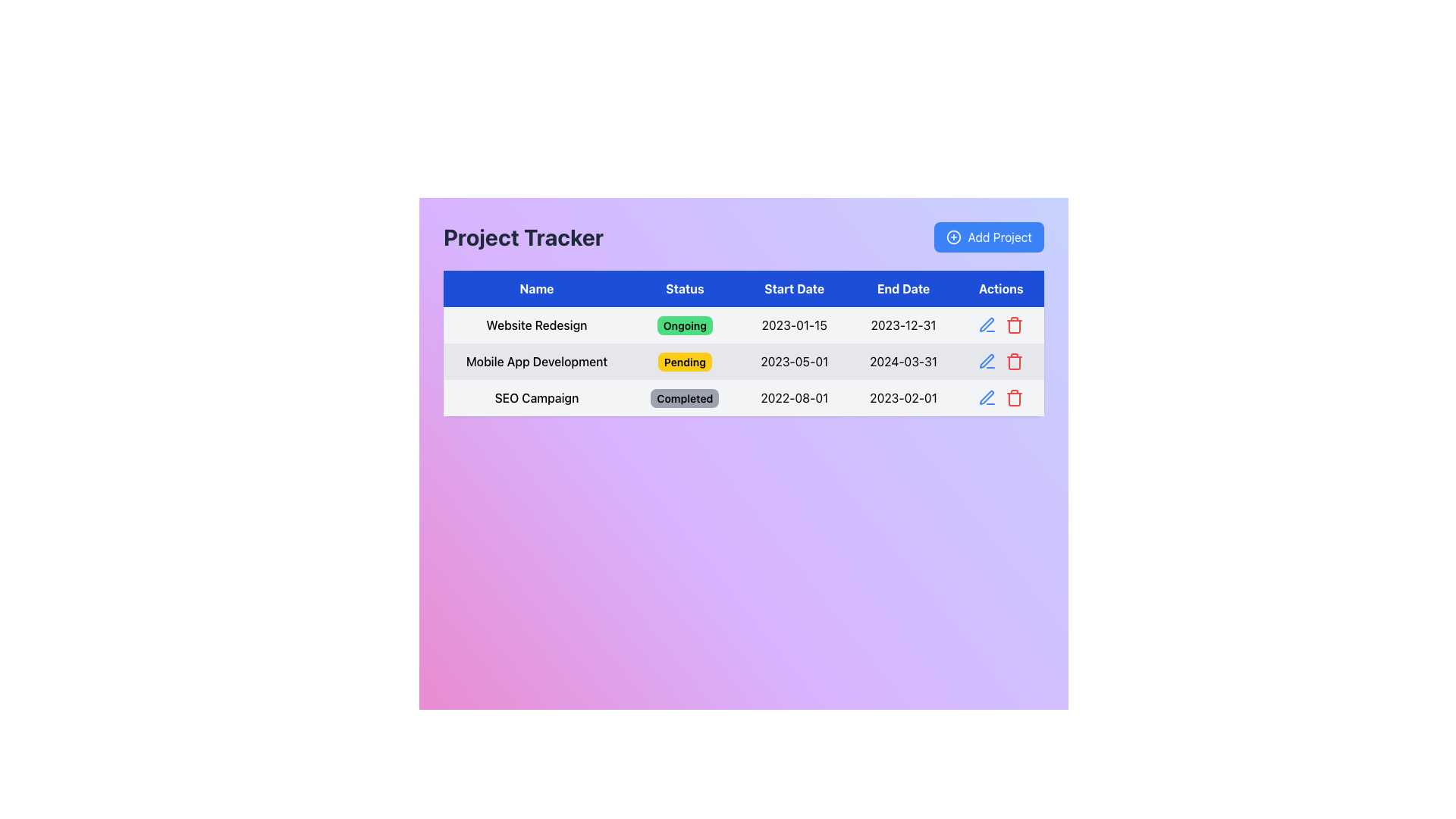 The height and width of the screenshot is (819, 1456). Describe the element at coordinates (684, 289) in the screenshot. I see `the 'Status' column header in the table, which is the second column header located between the 'Name' and 'Start Date' headers` at that location.